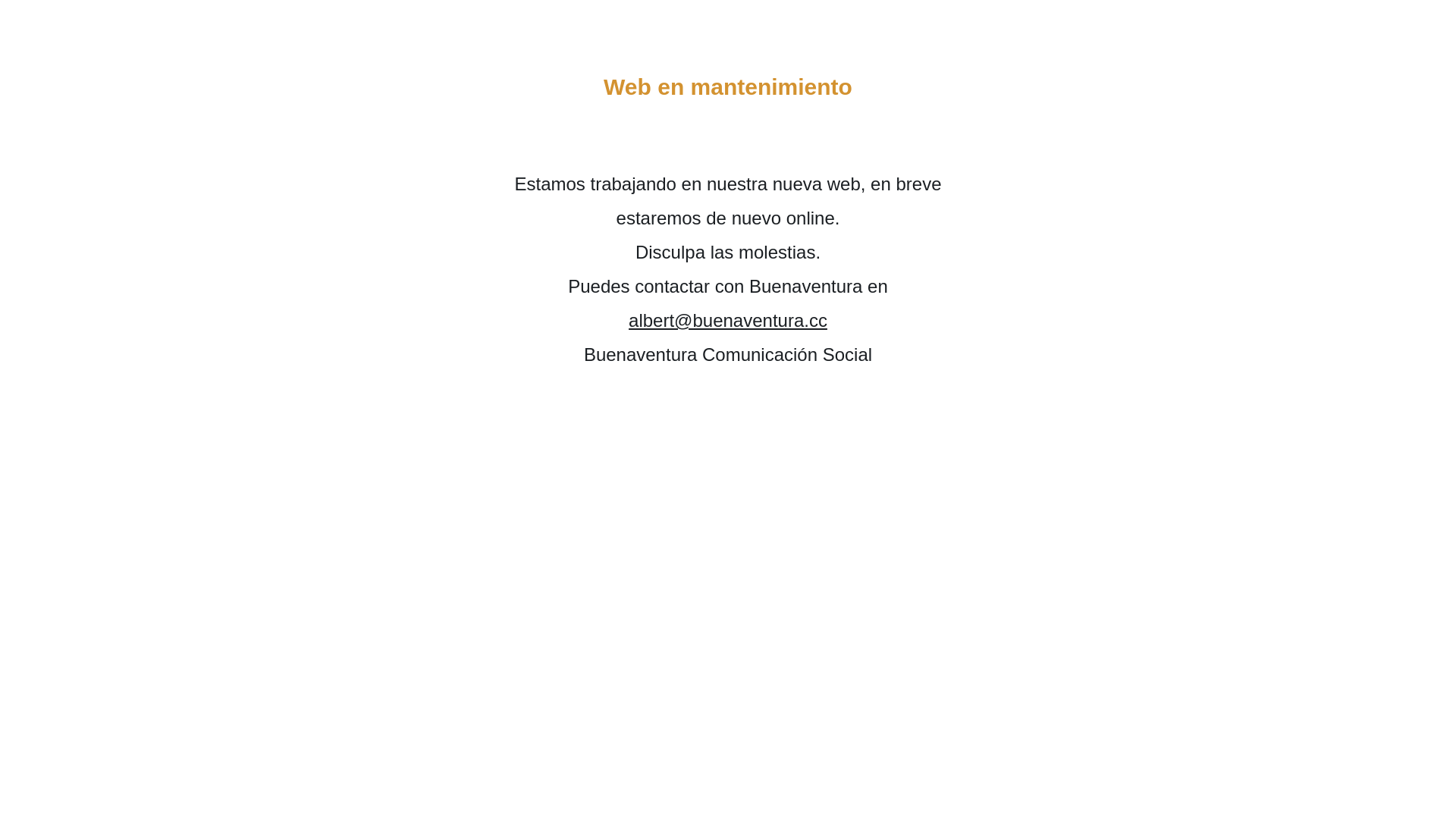  I want to click on 'albert@buenaventura.cc', so click(728, 319).